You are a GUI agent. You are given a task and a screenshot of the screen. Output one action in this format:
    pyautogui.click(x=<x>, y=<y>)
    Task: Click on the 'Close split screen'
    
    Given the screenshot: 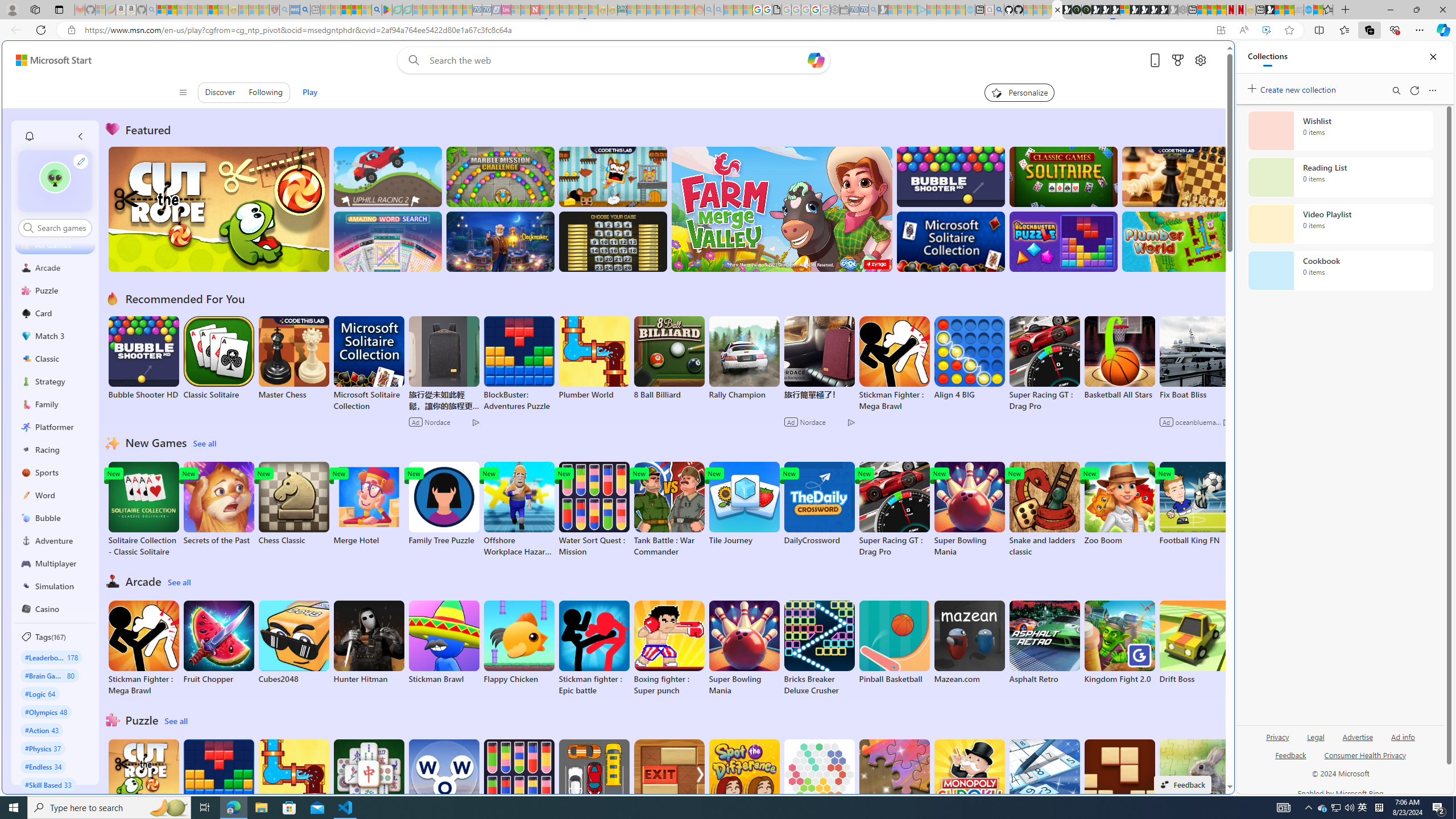 What is the action you would take?
    pyautogui.click(x=1207, y=57)
    